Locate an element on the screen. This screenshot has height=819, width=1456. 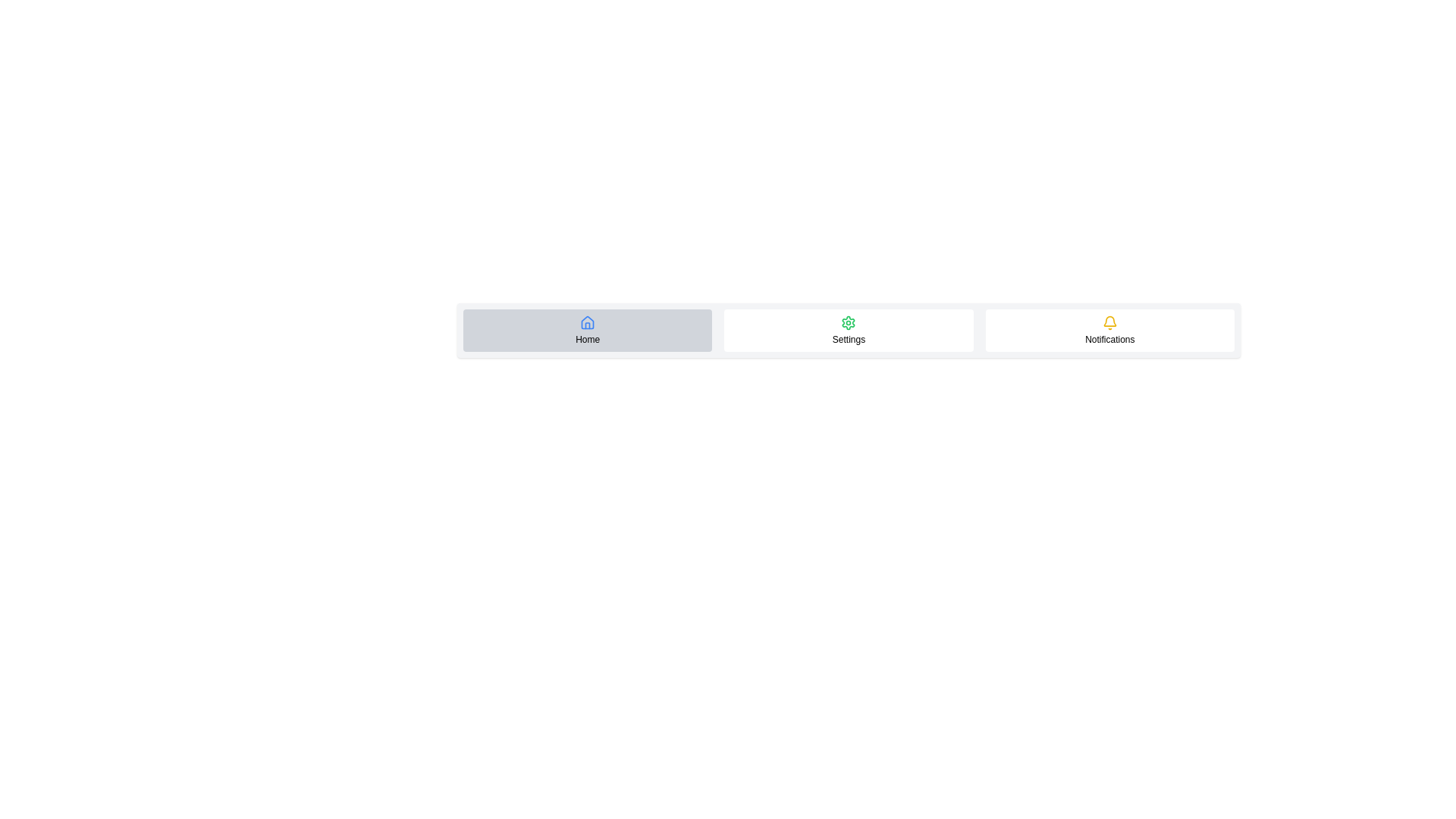
the yellow bell-shaped notification icon located at the far right of the navigation bar is located at coordinates (1109, 320).